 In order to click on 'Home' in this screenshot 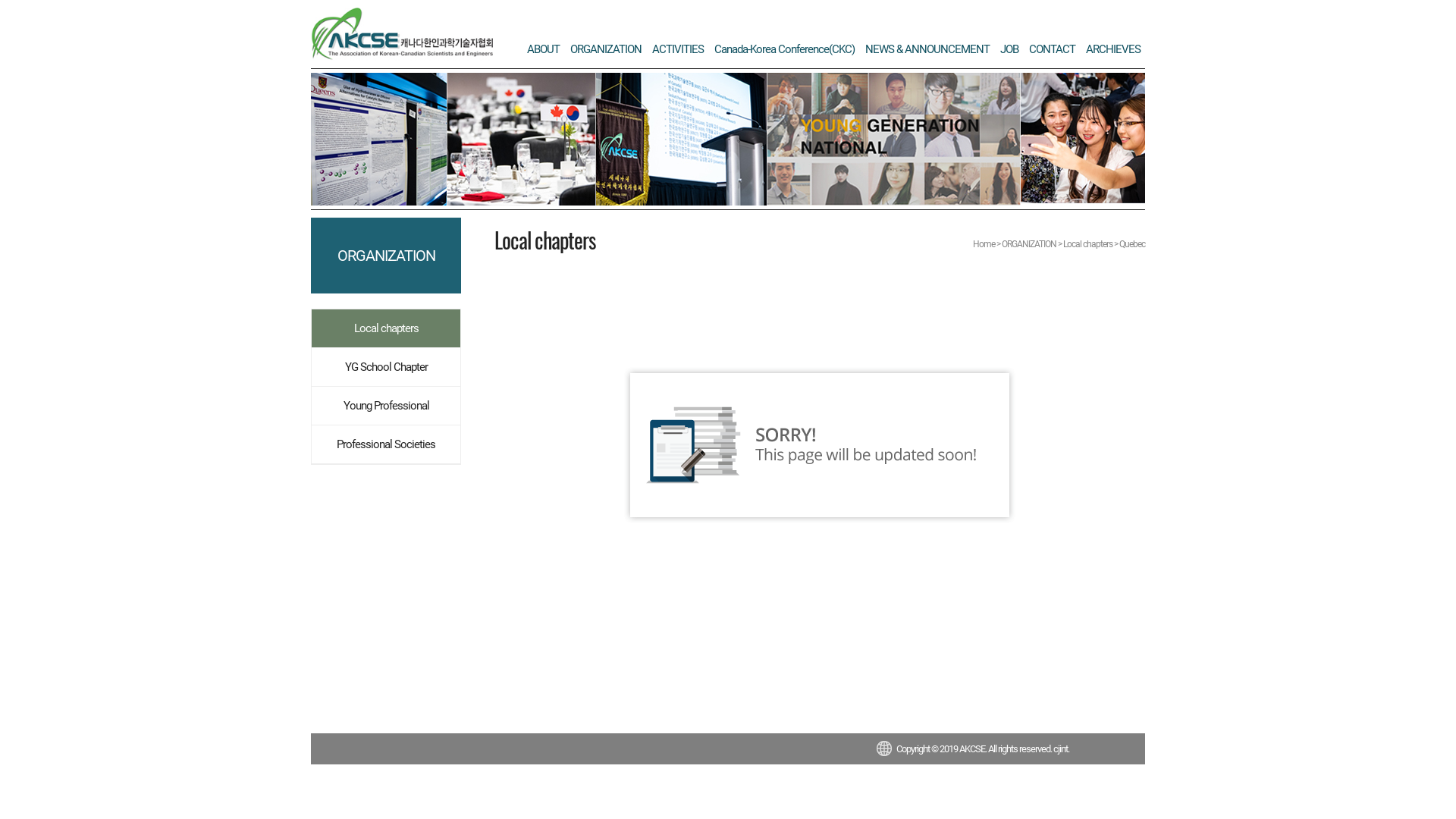, I will do `click(984, 243)`.